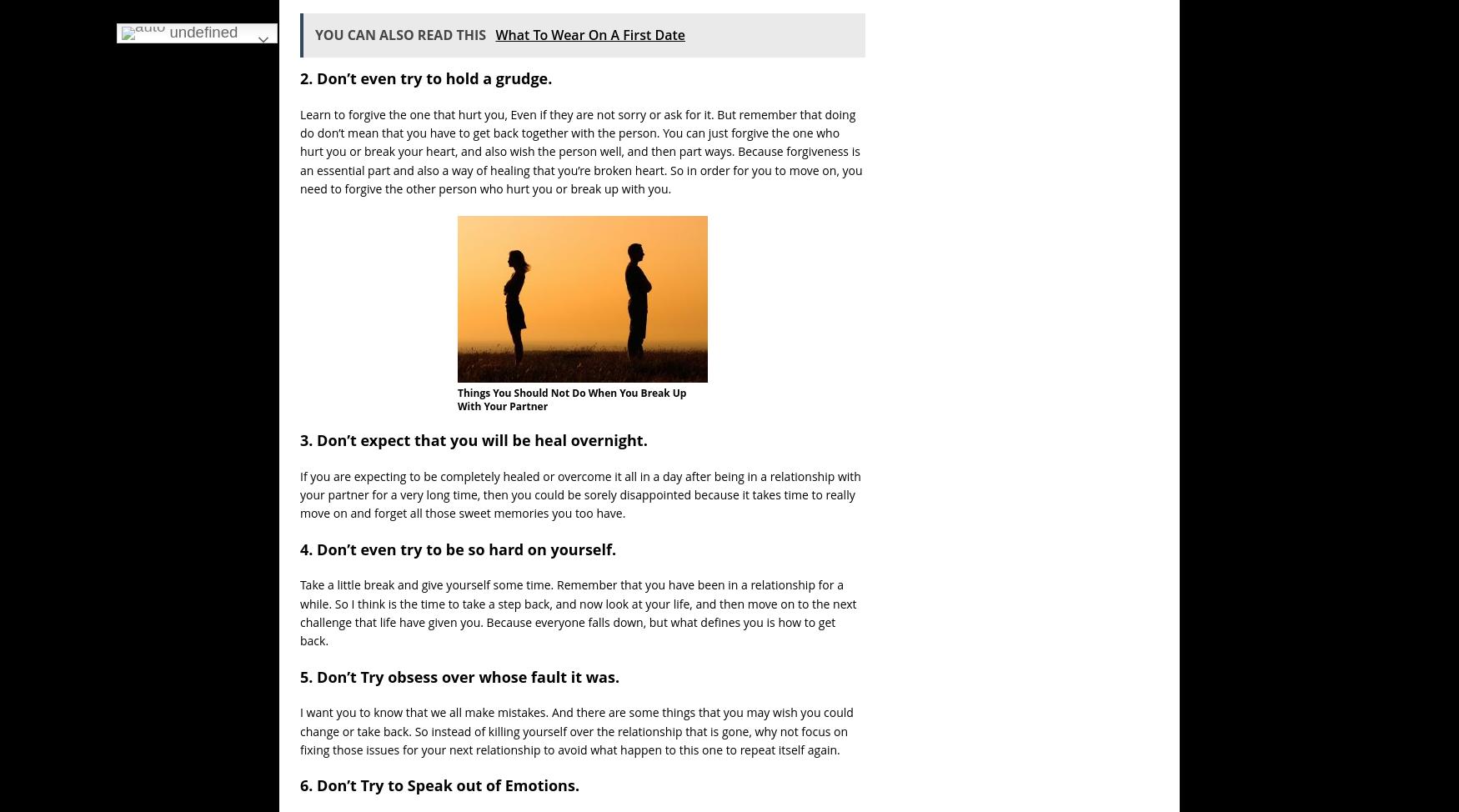 This screenshot has height=812, width=1459. What do you see at coordinates (581, 151) in the screenshot?
I see `'Learn to forgive the one that hurt you, Even if they are not sorry or ask for it. But remember that doing do don’t mean that you have to get back together with the person. You can just forgive the one who hurt you or break your heart, and also wish the person well, and then part ways. Because forgiveness is an essential part and also a way of healing that you’re broken heart. So in order for you to move on, you need to forgive the other person who hurt you or break up with you.'` at bounding box center [581, 151].